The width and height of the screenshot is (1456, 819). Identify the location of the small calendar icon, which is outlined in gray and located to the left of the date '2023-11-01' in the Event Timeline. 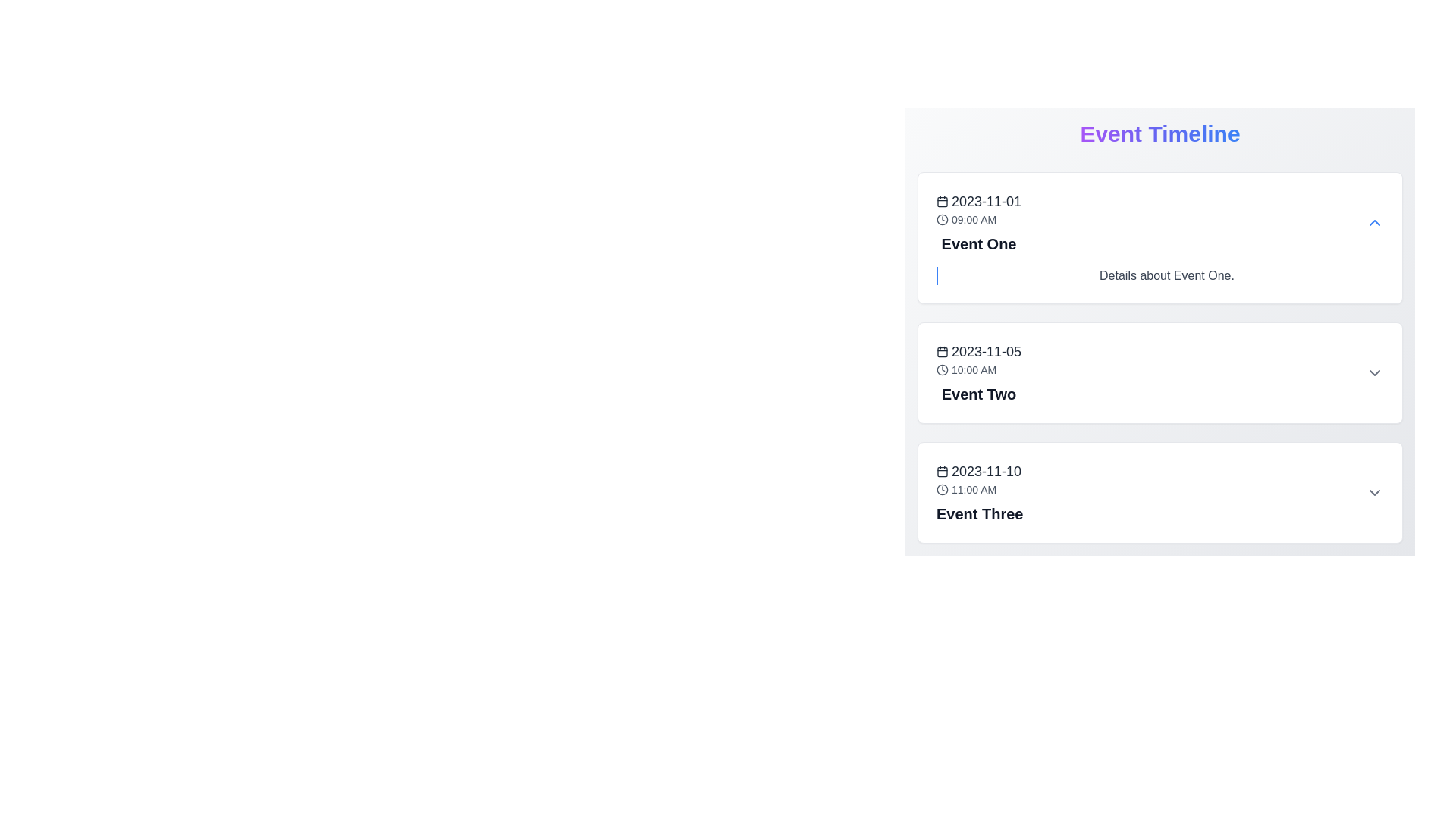
(942, 201).